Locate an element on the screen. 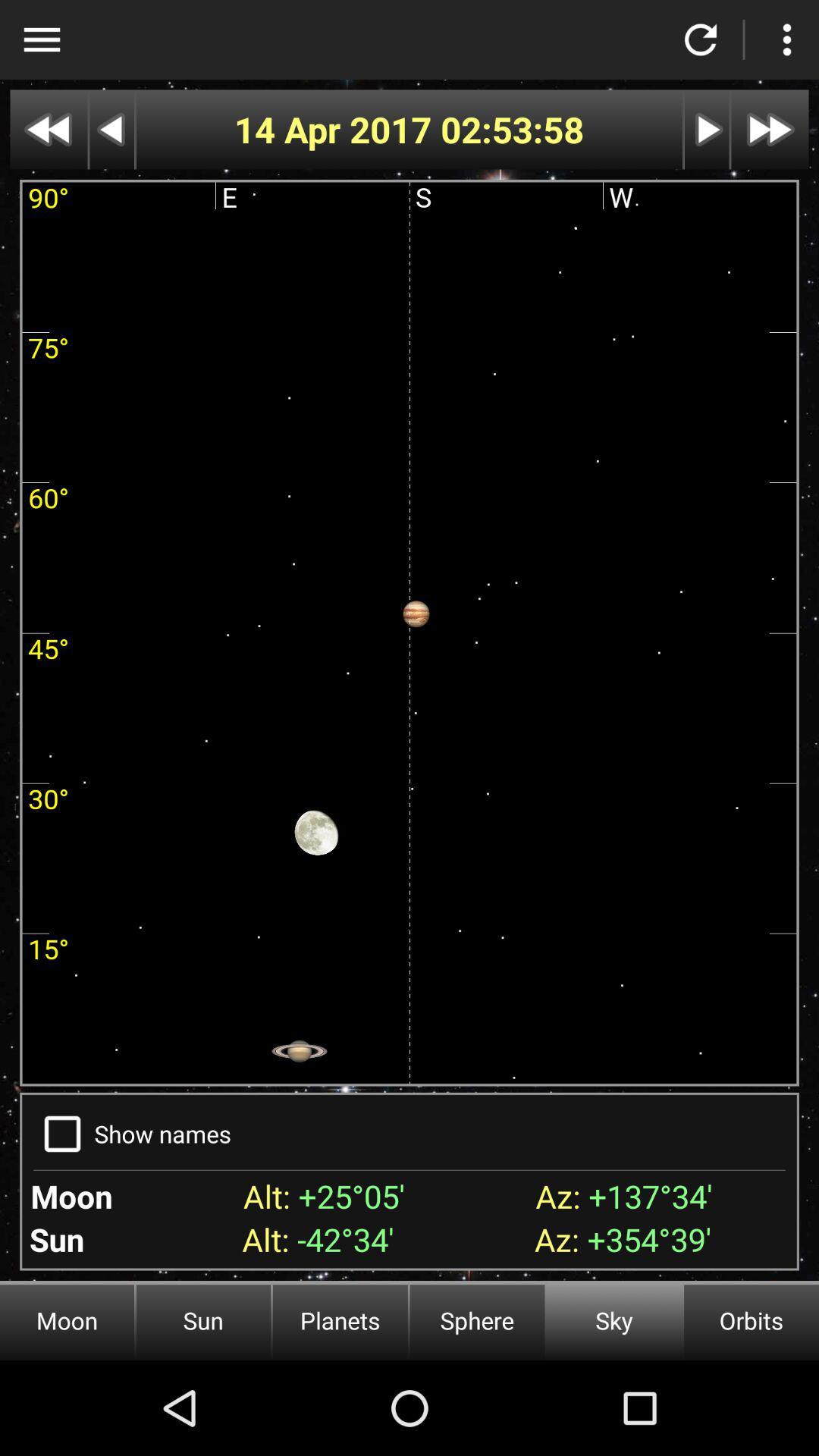 This screenshot has height=1456, width=819. 14 apr 2017  app is located at coordinates (337, 130).